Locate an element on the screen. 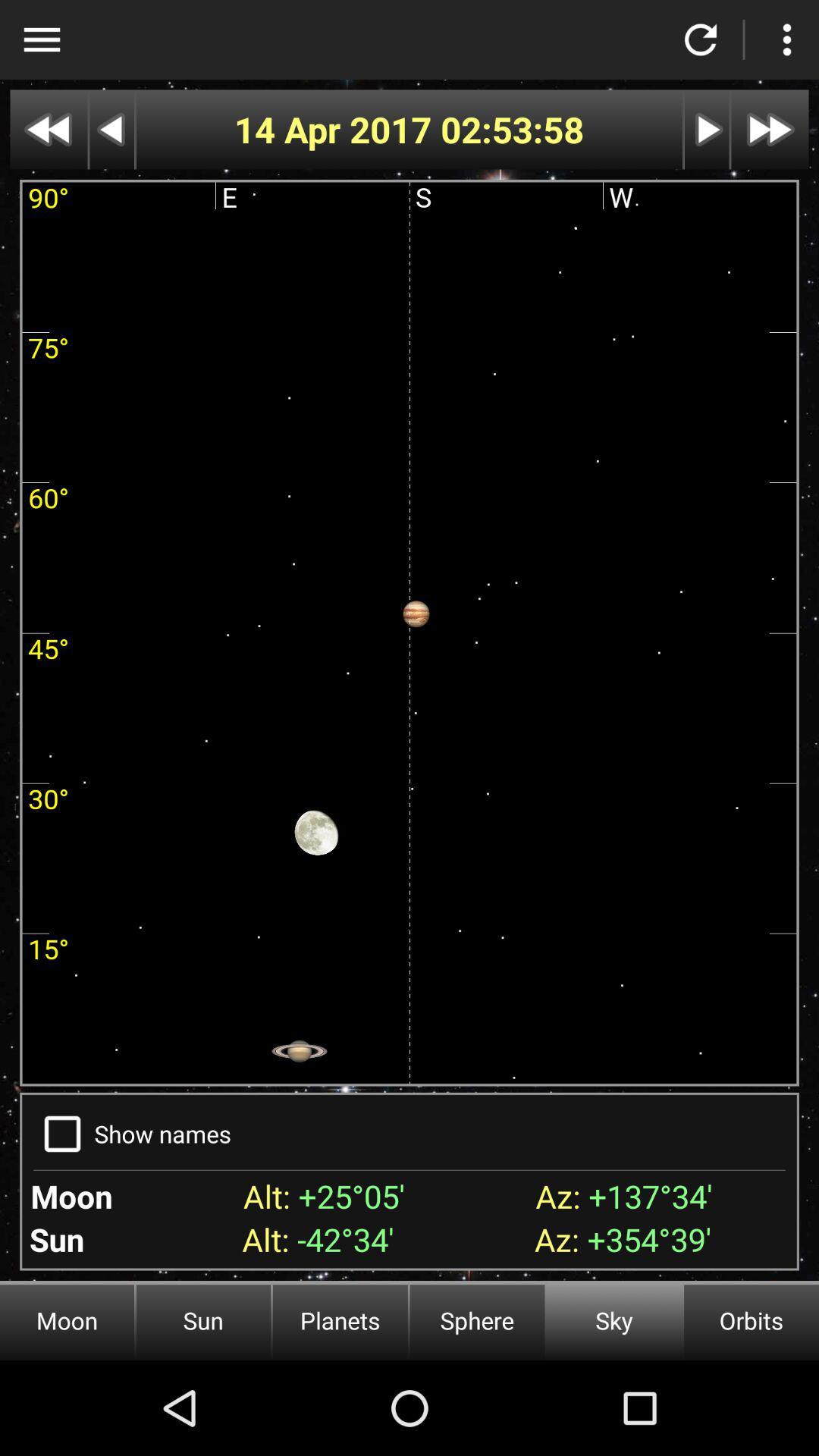 This screenshot has height=1456, width=819. 14 apr 2017  app is located at coordinates (337, 130).